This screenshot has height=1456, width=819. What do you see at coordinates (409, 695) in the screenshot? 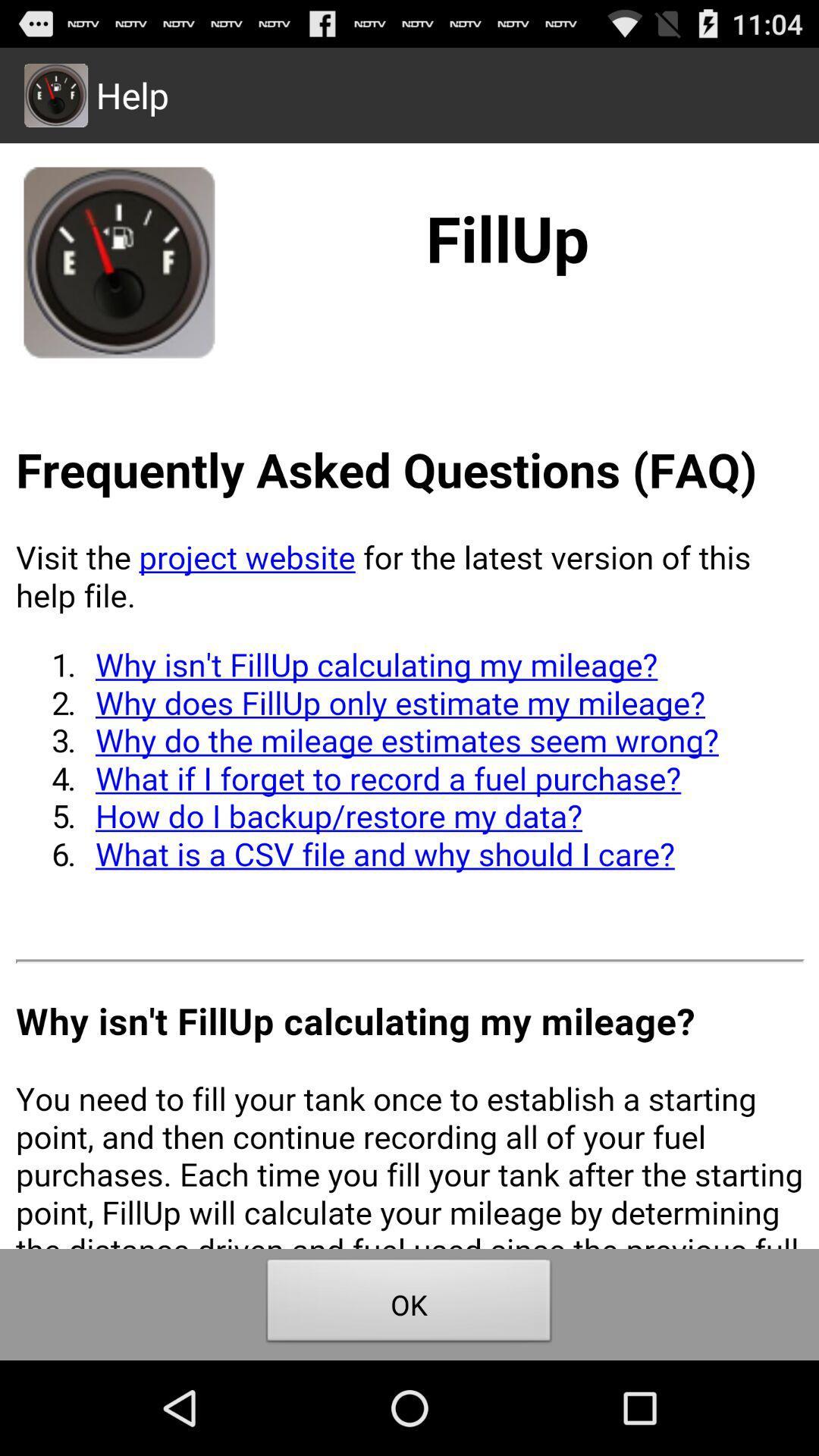
I see `kilometer` at bounding box center [409, 695].